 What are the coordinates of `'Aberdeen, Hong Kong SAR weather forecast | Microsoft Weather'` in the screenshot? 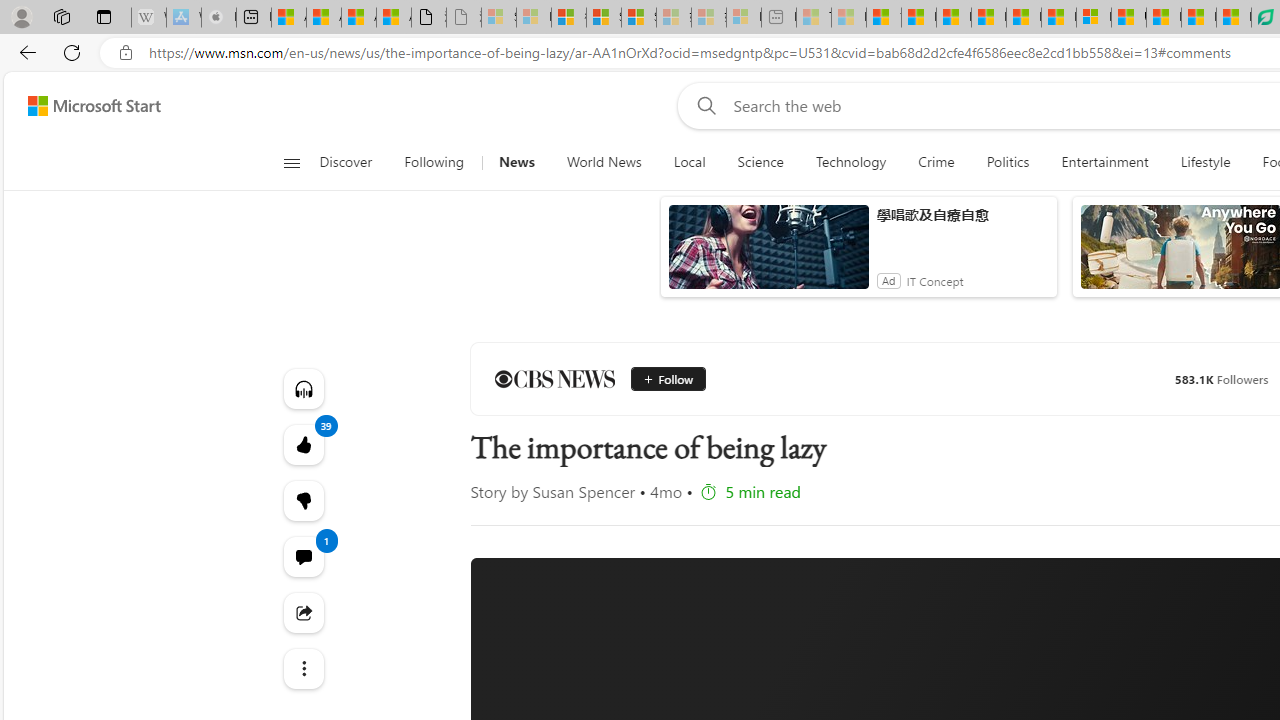 It's located at (323, 17).